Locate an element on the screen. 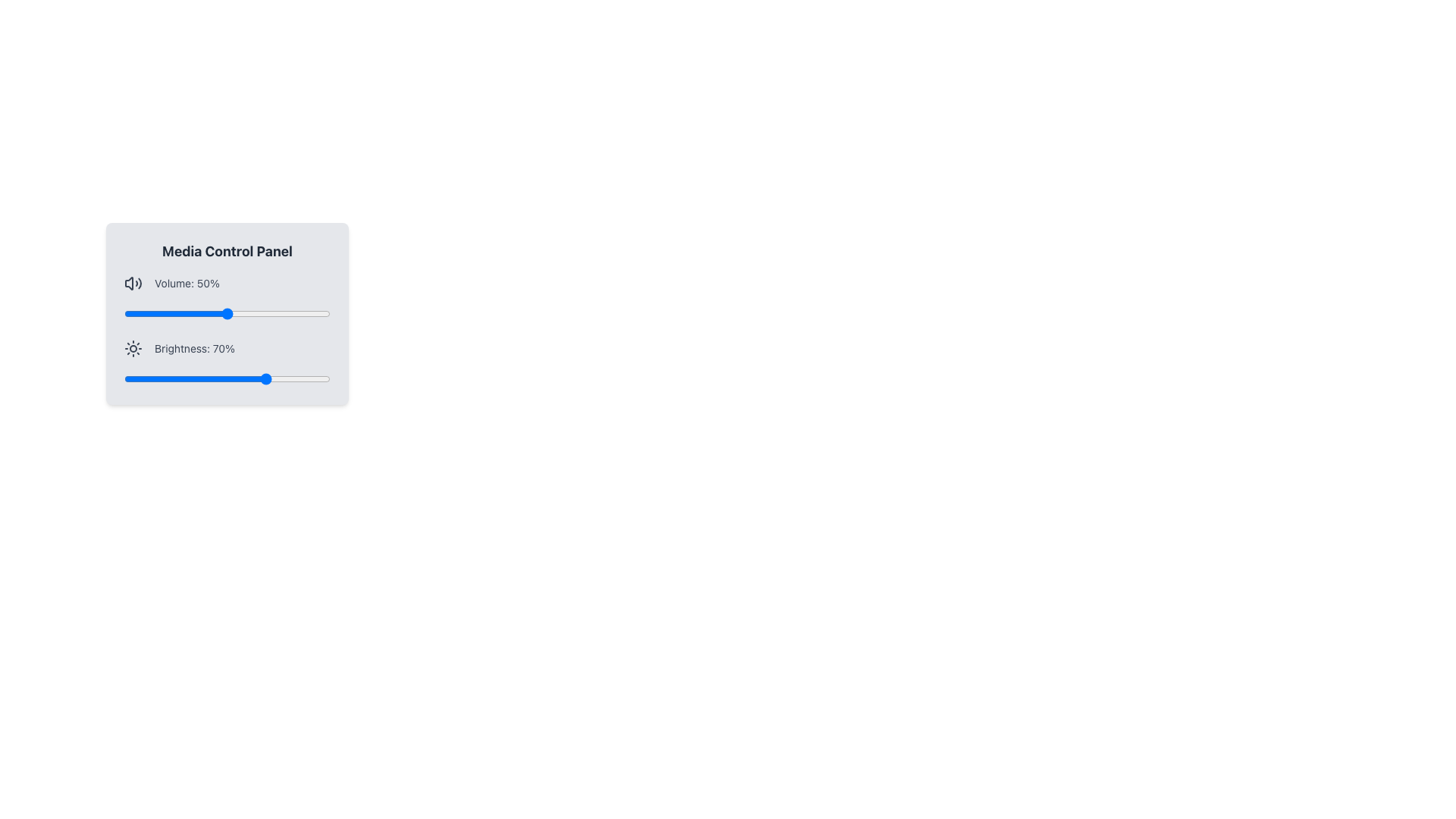 The width and height of the screenshot is (1456, 819). brightness is located at coordinates (325, 378).